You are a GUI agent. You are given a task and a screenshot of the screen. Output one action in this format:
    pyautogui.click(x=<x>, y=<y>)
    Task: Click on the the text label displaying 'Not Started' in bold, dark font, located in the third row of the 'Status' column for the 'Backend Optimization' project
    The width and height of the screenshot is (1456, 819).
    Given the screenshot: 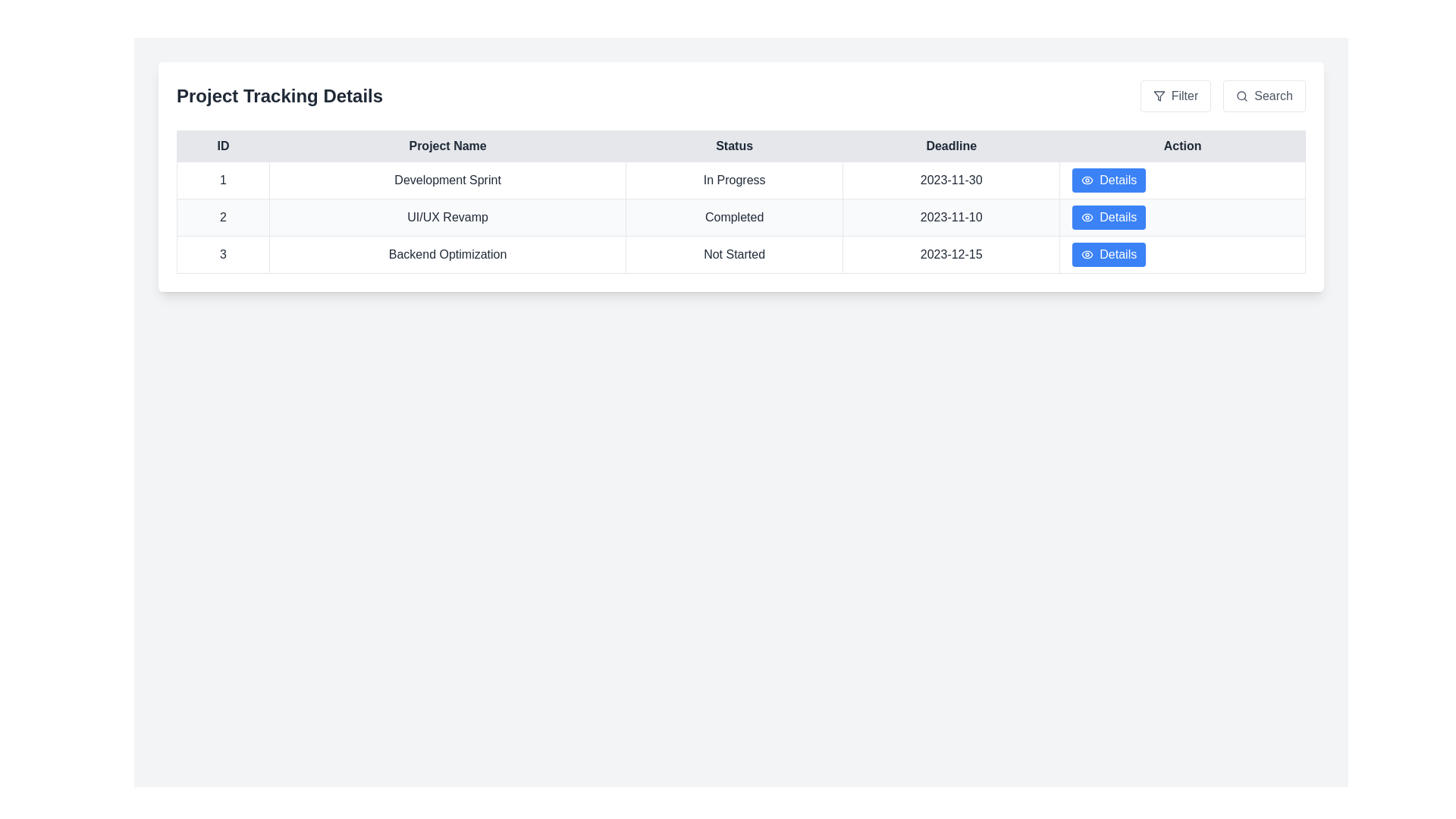 What is the action you would take?
    pyautogui.click(x=734, y=253)
    